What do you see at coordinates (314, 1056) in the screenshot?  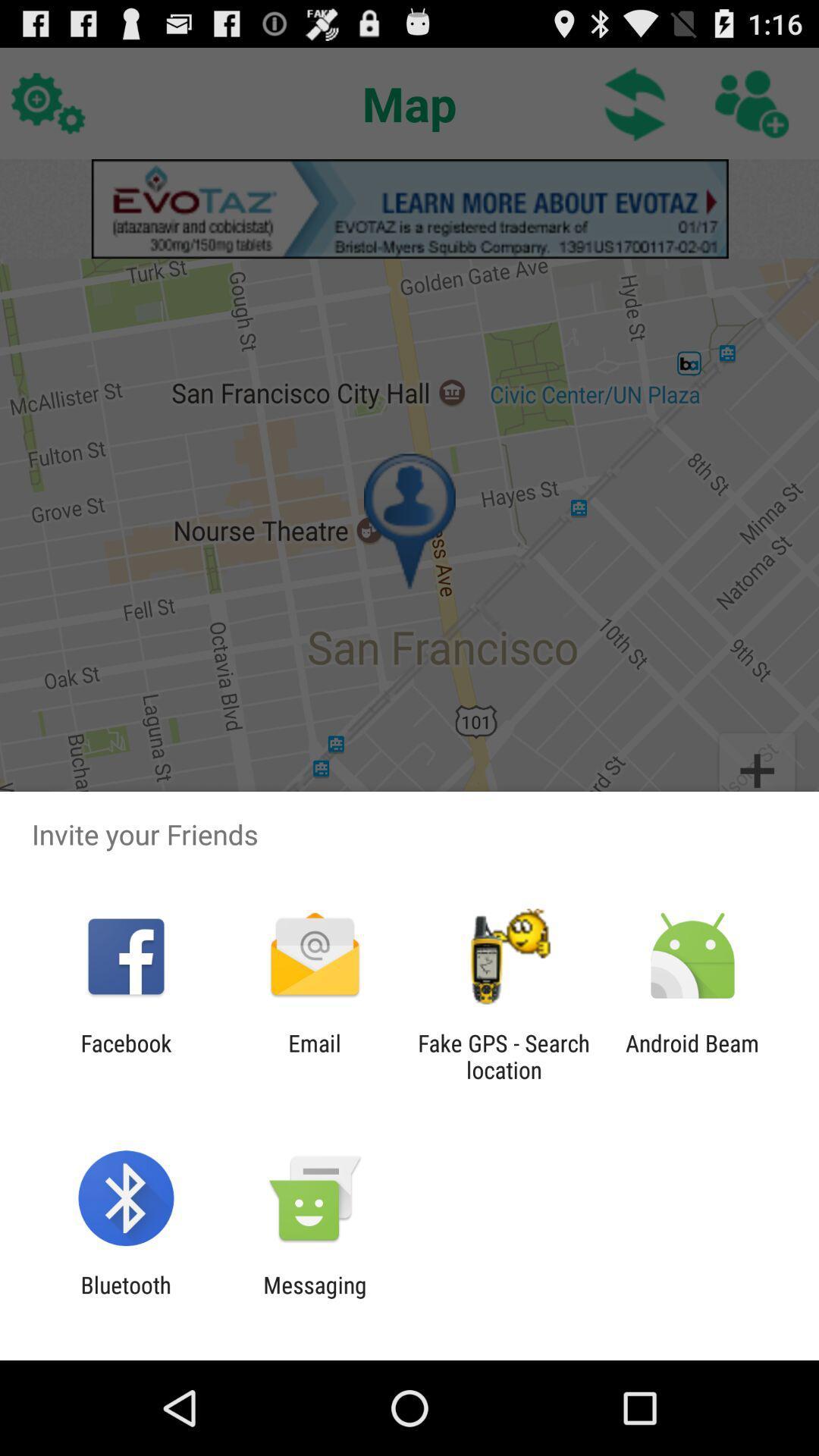 I see `app next to fake gps search icon` at bounding box center [314, 1056].